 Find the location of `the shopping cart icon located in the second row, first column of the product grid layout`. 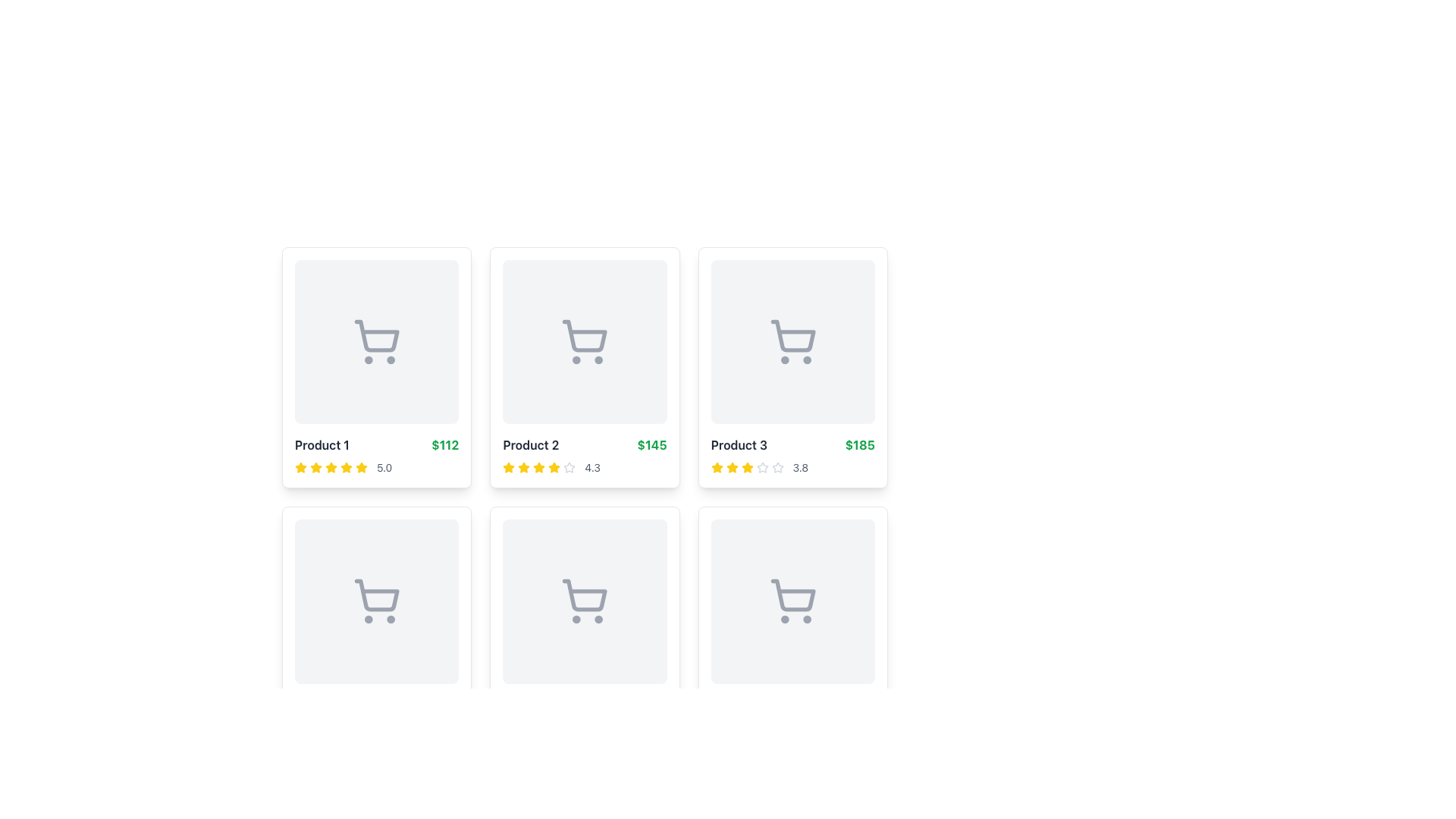

the shopping cart icon located in the second row, first column of the product grid layout is located at coordinates (377, 601).